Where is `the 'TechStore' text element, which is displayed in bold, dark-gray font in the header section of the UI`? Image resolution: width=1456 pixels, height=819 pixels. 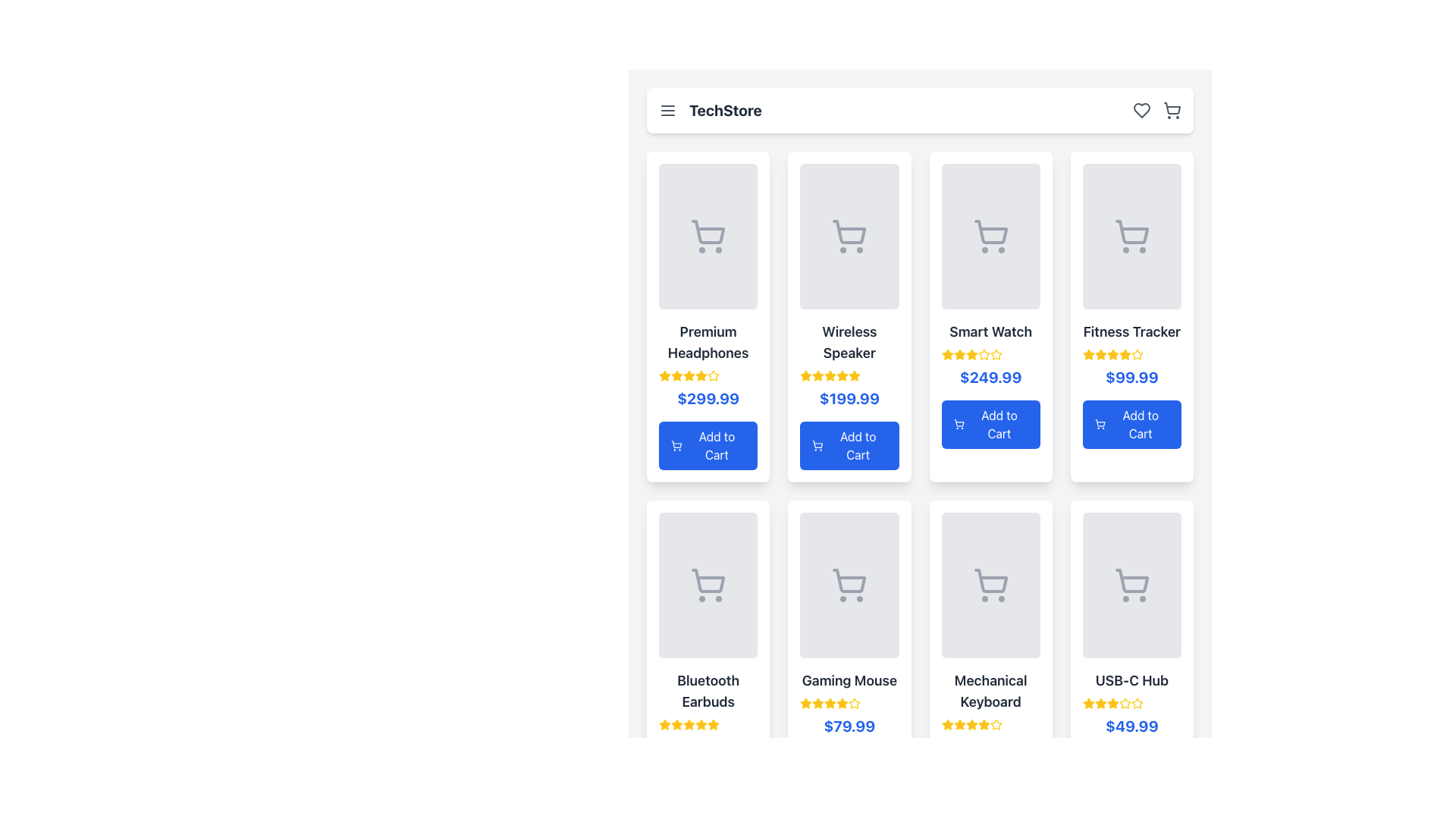
the 'TechStore' text element, which is displayed in bold, dark-gray font in the header section of the UI is located at coordinates (709, 110).